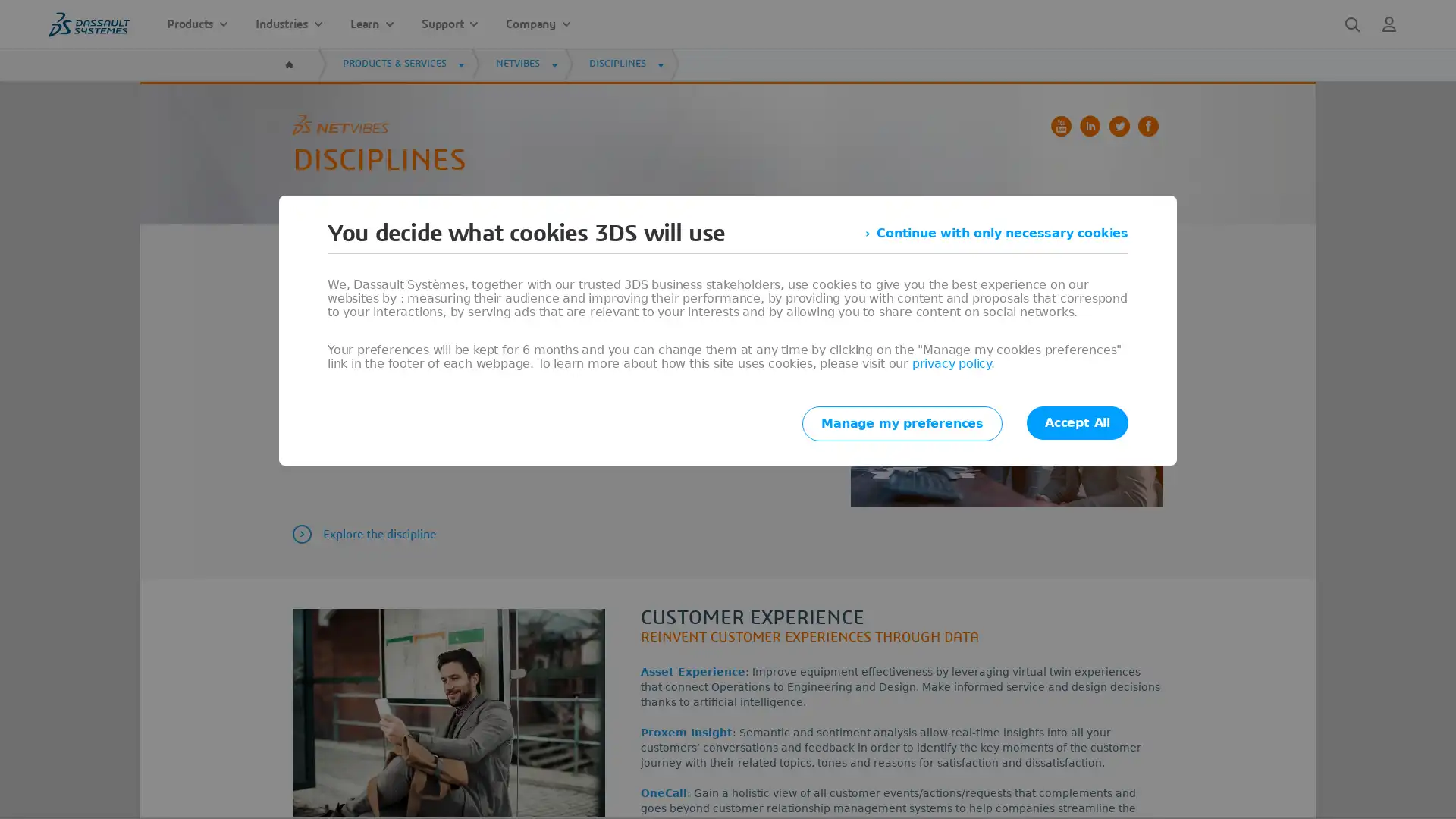  Describe the element at coordinates (1076, 423) in the screenshot. I see `Accept All` at that location.